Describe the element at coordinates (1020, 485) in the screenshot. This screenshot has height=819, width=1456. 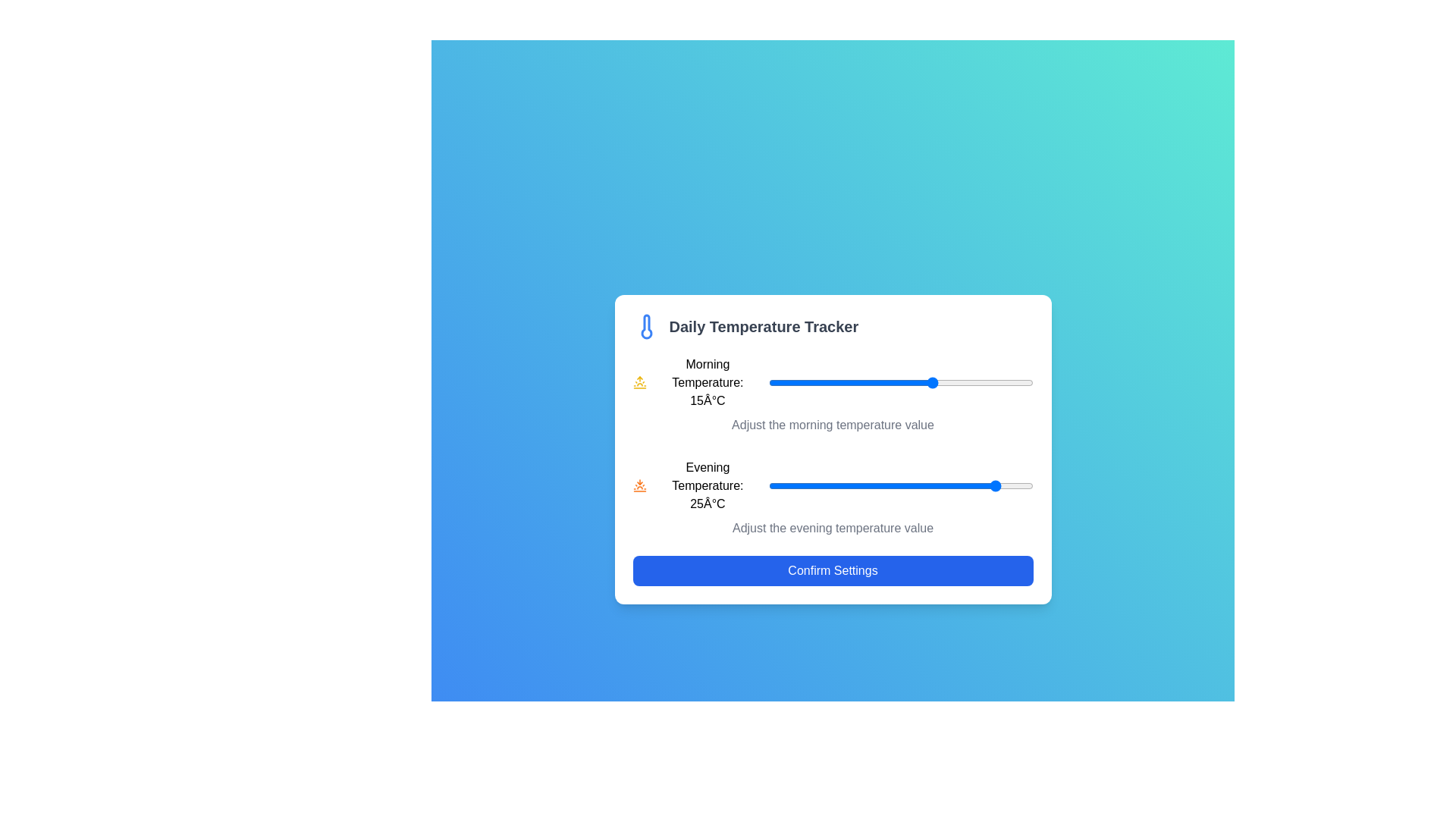
I see `the evening temperature slider to 28°C` at that location.